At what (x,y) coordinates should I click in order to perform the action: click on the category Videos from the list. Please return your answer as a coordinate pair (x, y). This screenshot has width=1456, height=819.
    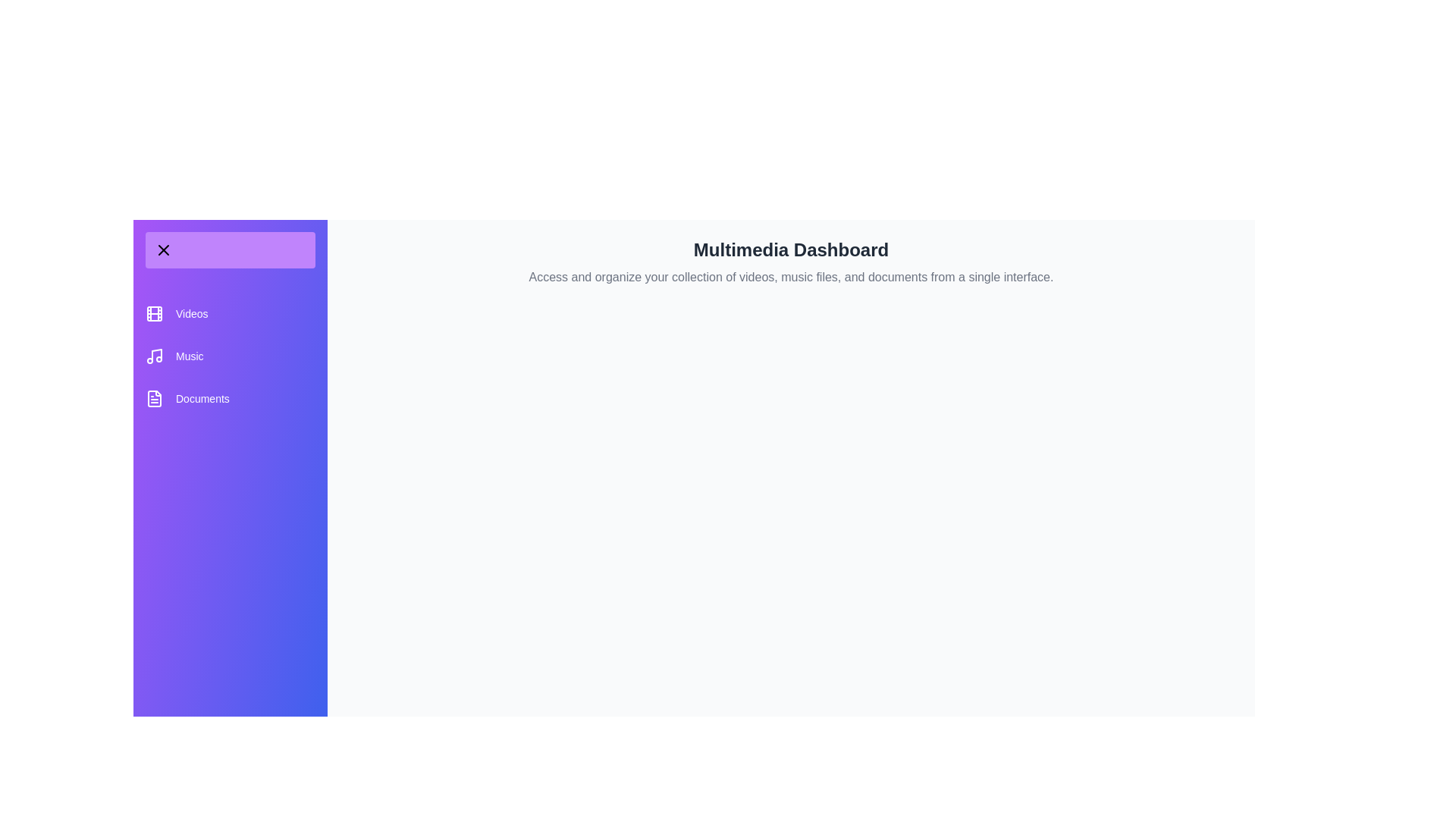
    Looking at the image, I should click on (229, 312).